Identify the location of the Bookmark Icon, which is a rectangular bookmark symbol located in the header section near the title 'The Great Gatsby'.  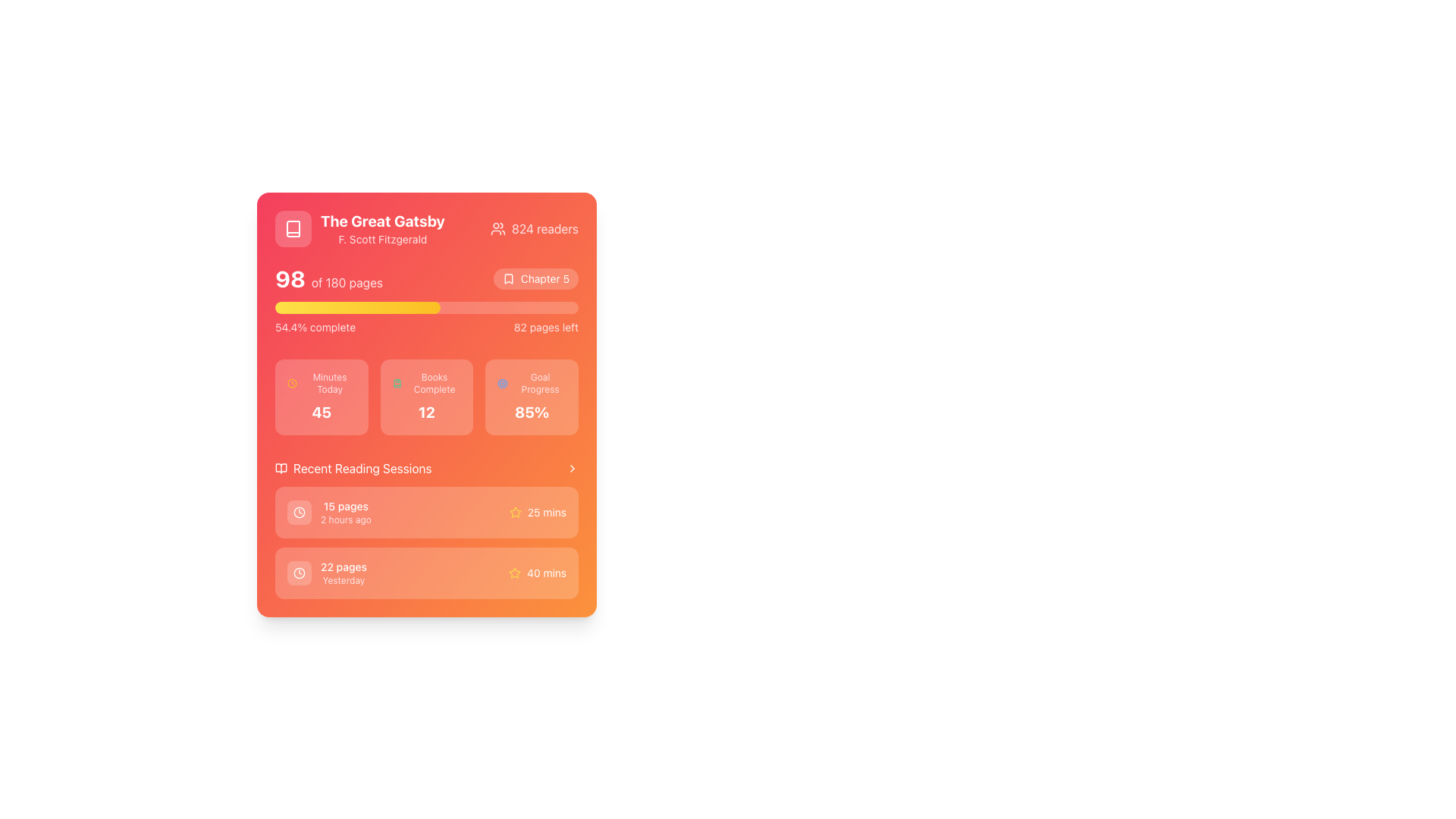
(508, 278).